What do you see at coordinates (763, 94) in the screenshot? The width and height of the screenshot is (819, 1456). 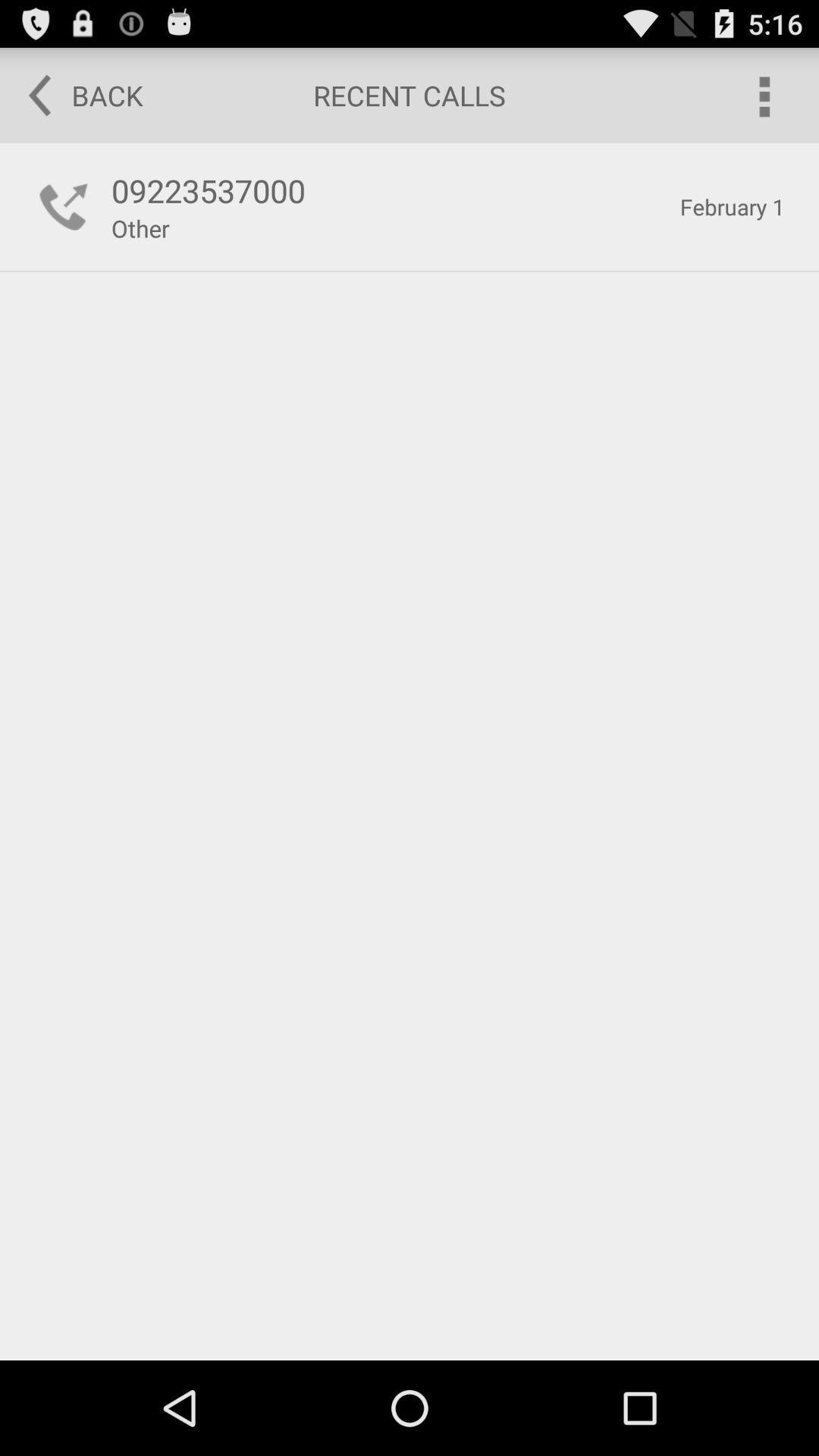 I see `open menu` at bounding box center [763, 94].